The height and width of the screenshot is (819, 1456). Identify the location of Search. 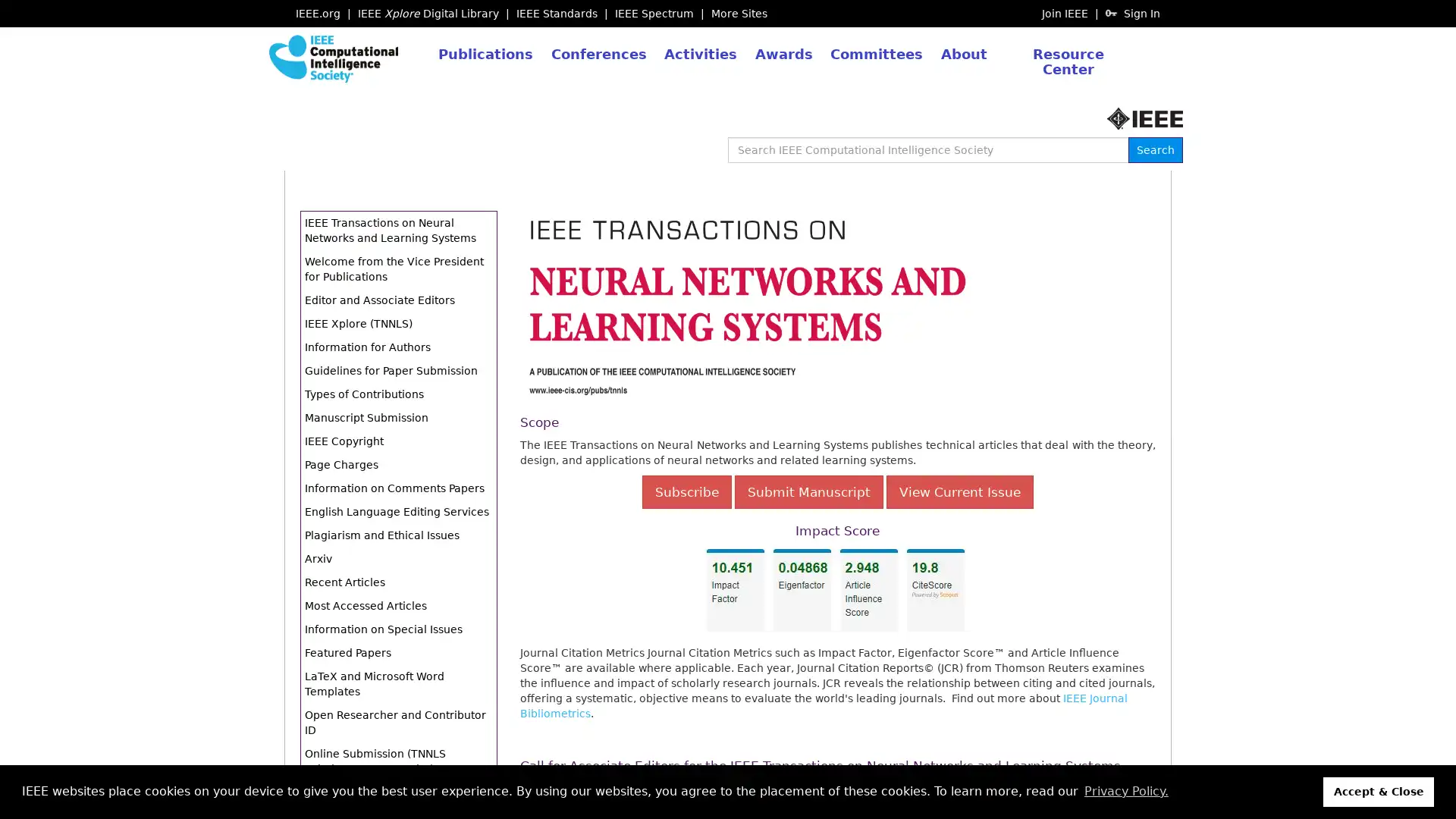
(1154, 149).